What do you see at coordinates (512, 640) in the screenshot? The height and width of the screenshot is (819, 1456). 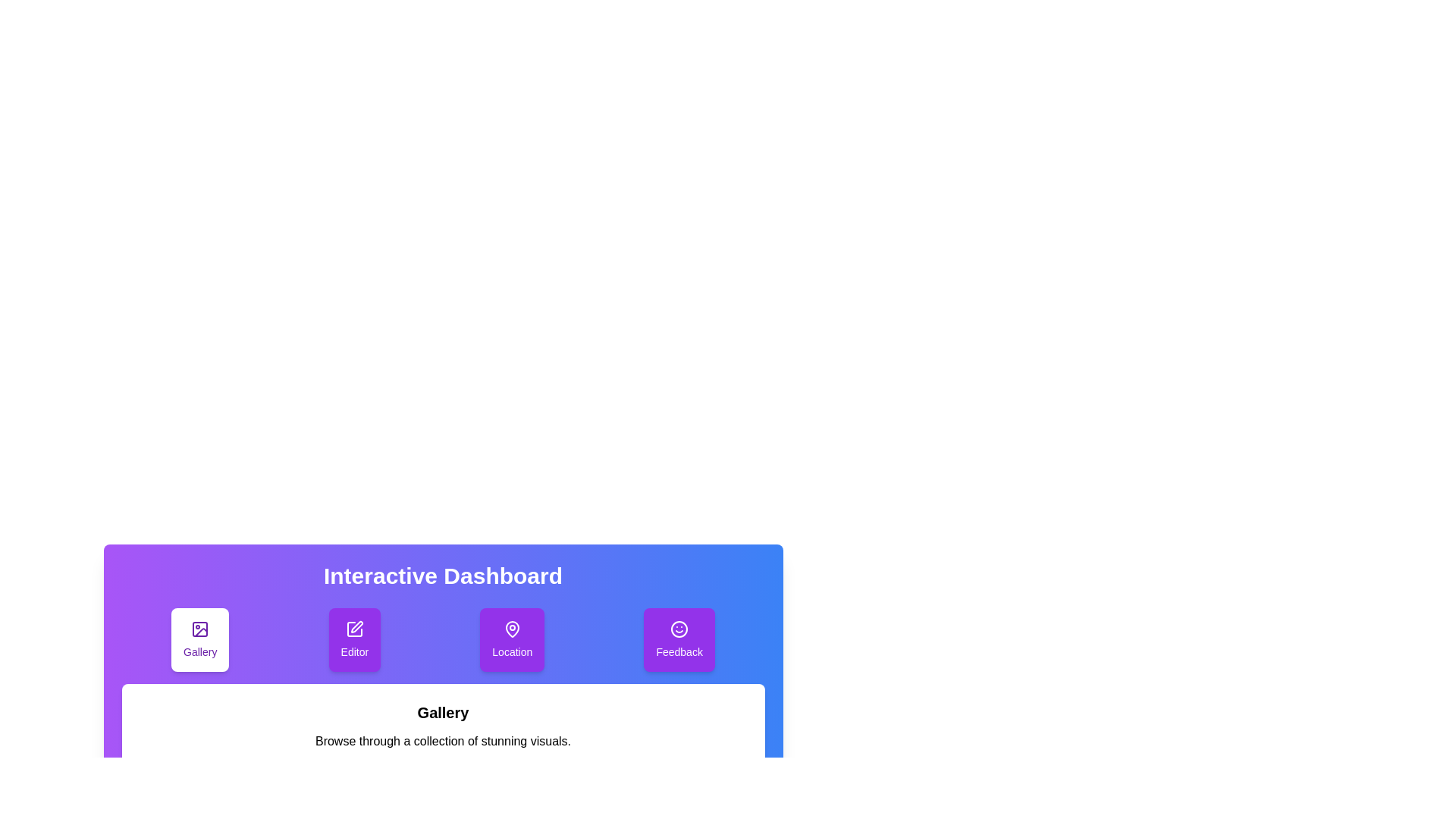 I see `the tab labeled Location by clicking on its button` at bounding box center [512, 640].